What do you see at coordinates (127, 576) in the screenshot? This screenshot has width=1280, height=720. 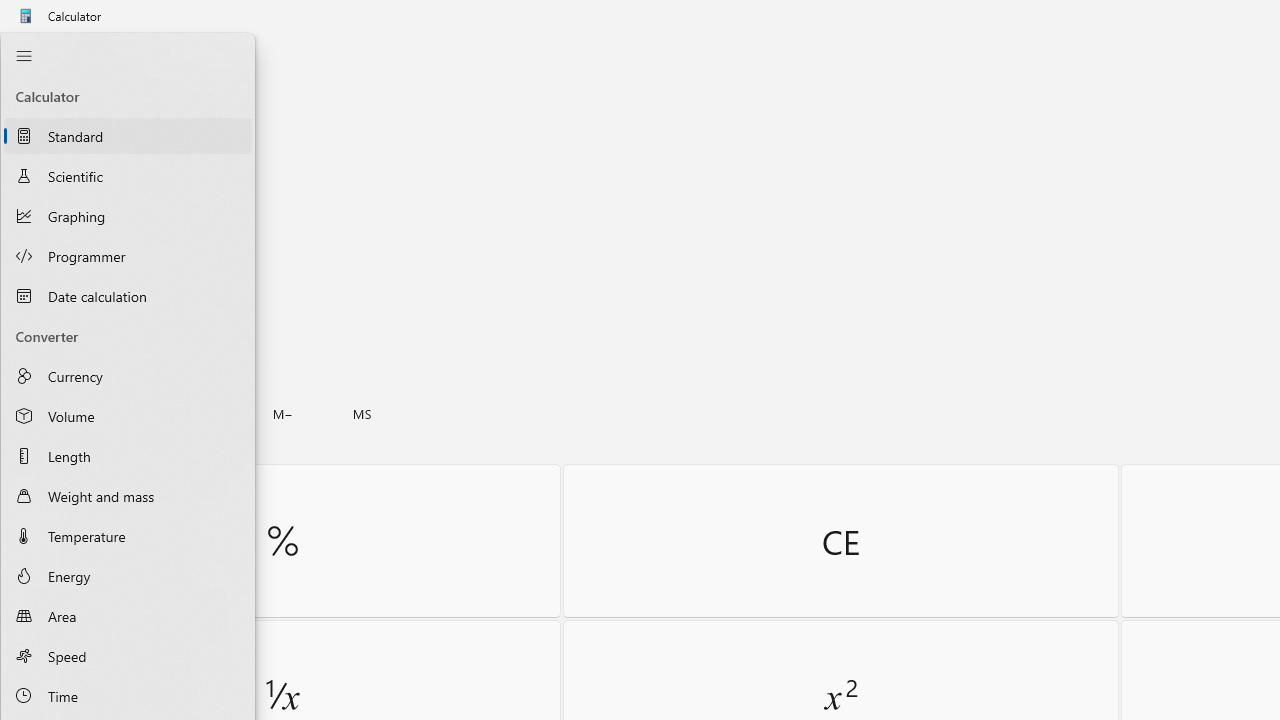 I see `'Energy Converter'` at bounding box center [127, 576].